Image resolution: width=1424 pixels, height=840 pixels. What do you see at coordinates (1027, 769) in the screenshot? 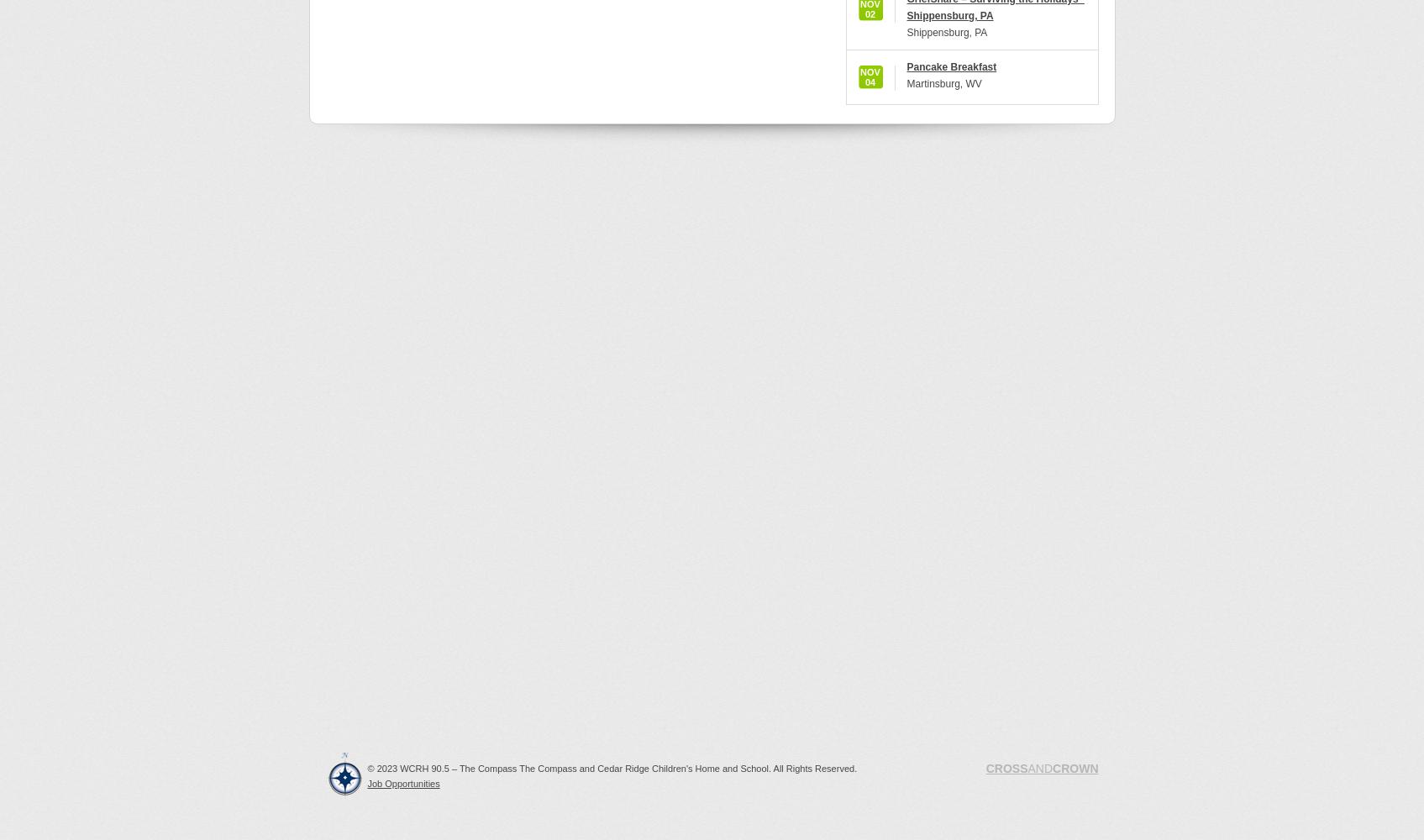
I see `'AND'` at bounding box center [1027, 769].